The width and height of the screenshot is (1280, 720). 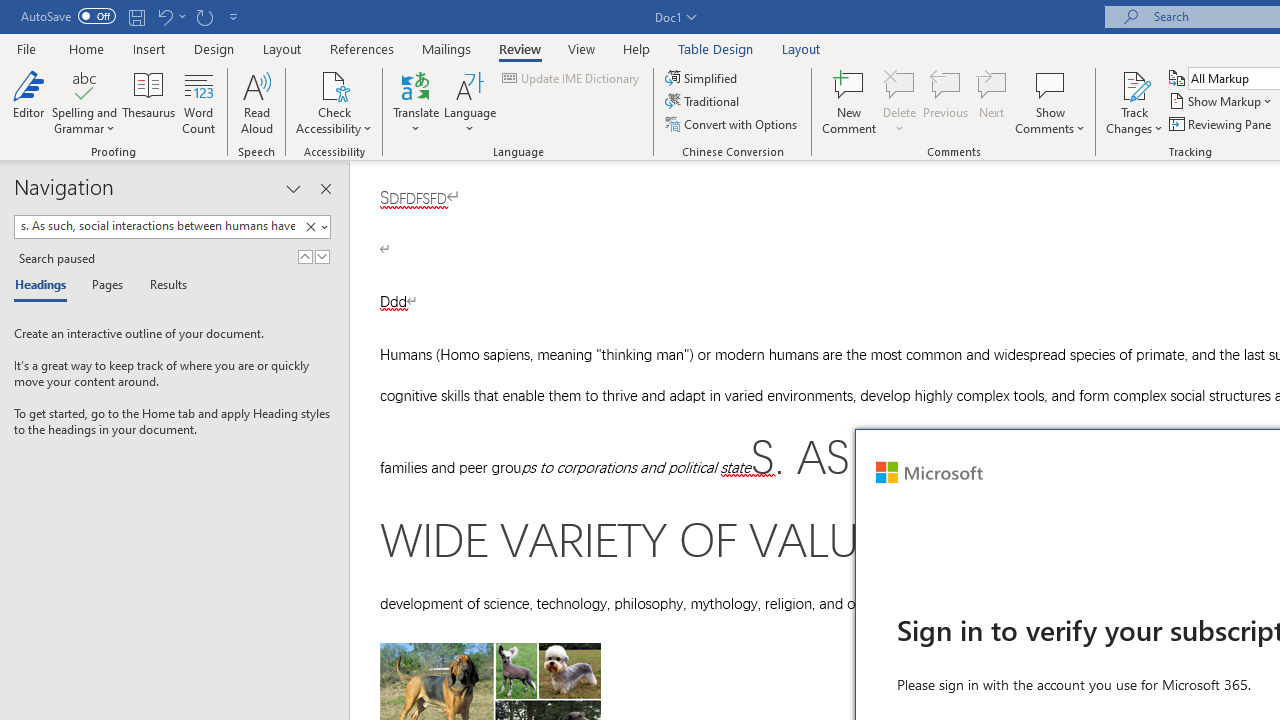 What do you see at coordinates (731, 124) in the screenshot?
I see `'Convert with Options...'` at bounding box center [731, 124].